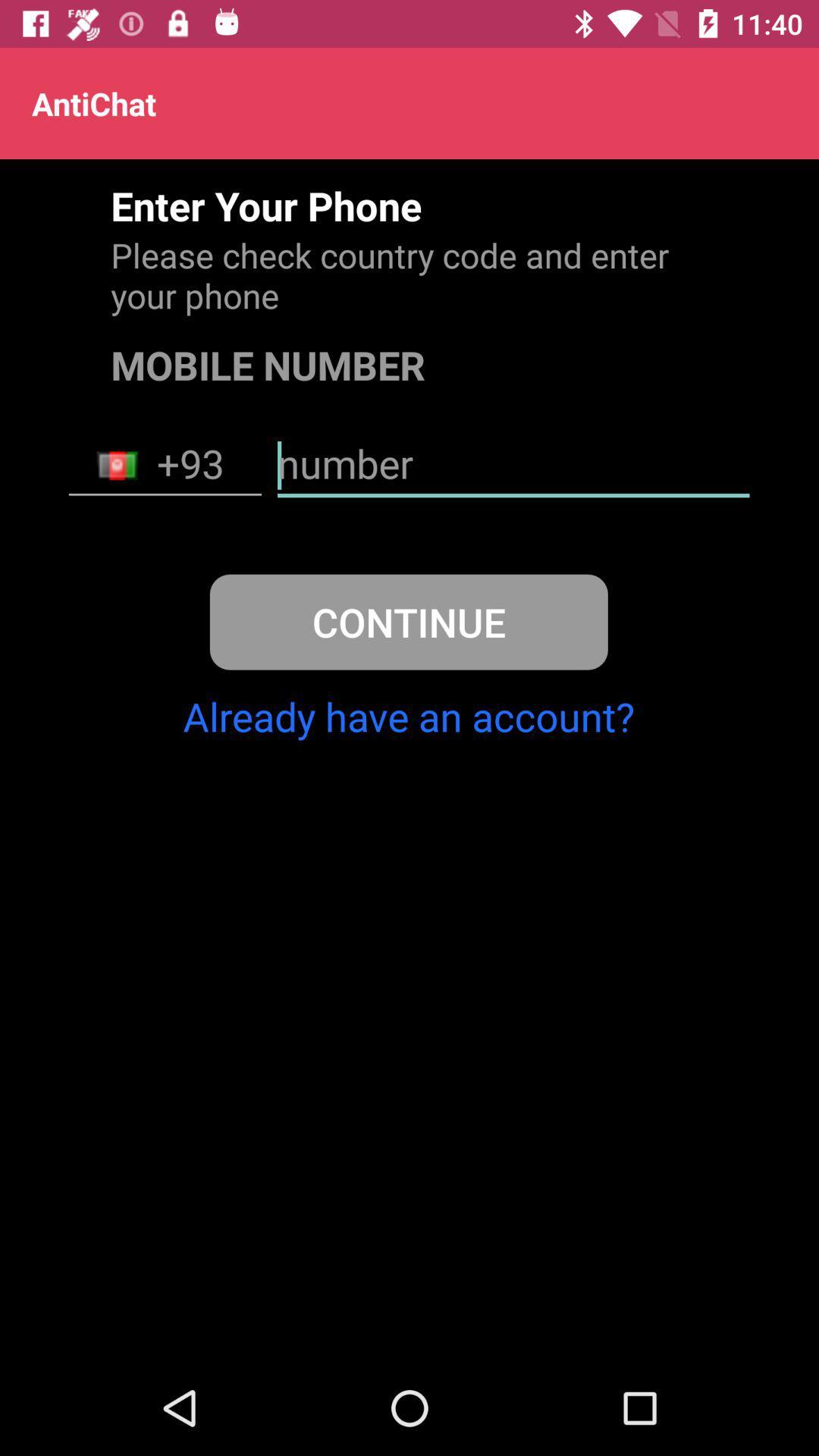 The image size is (819, 1456). What do you see at coordinates (513, 465) in the screenshot?
I see `icon below the mobile number item` at bounding box center [513, 465].